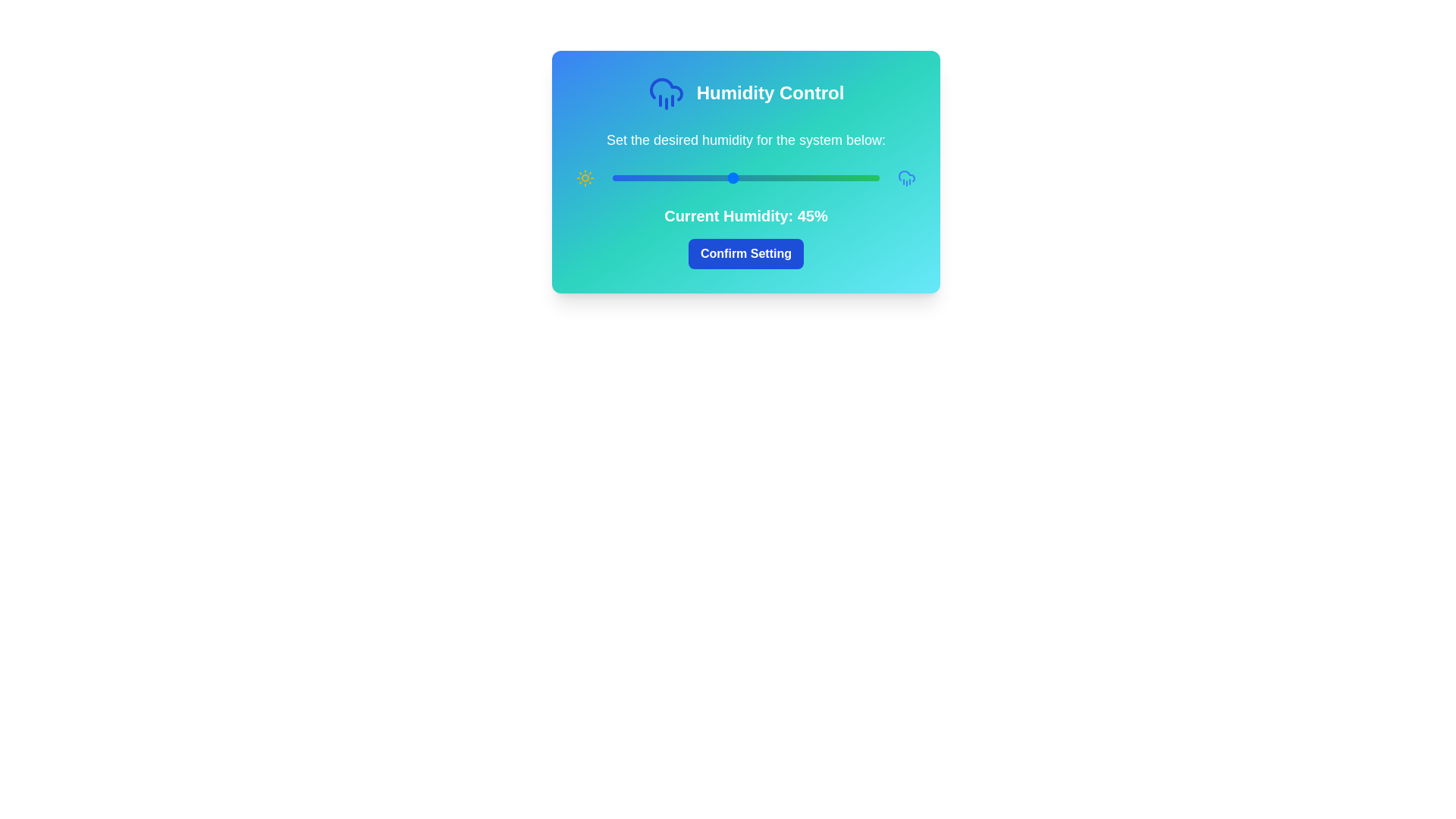  I want to click on the humidity slider to set the humidity level to 85%, so click(839, 177).